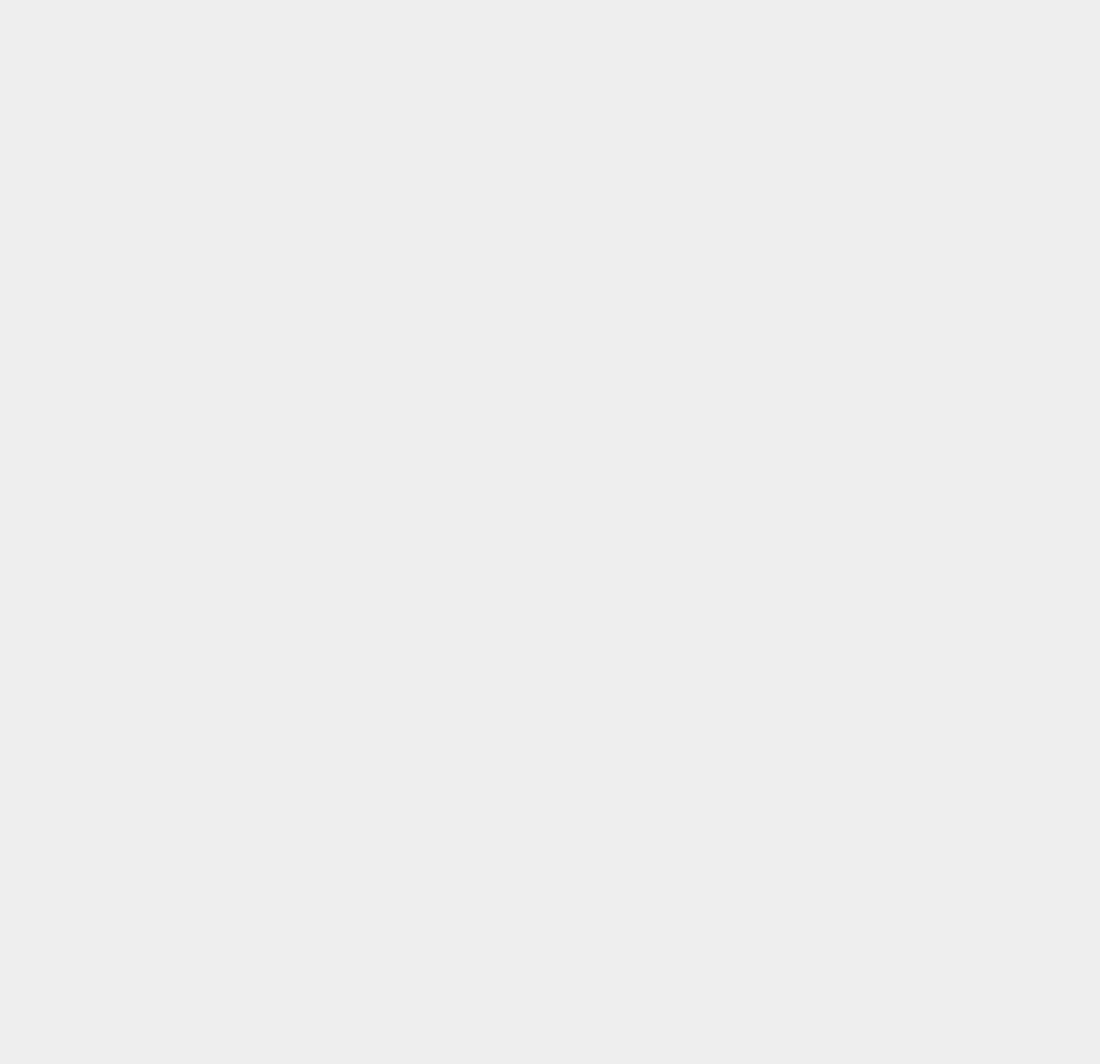 The image size is (1100, 1064). I want to click on 'DOS', so click(791, 121).